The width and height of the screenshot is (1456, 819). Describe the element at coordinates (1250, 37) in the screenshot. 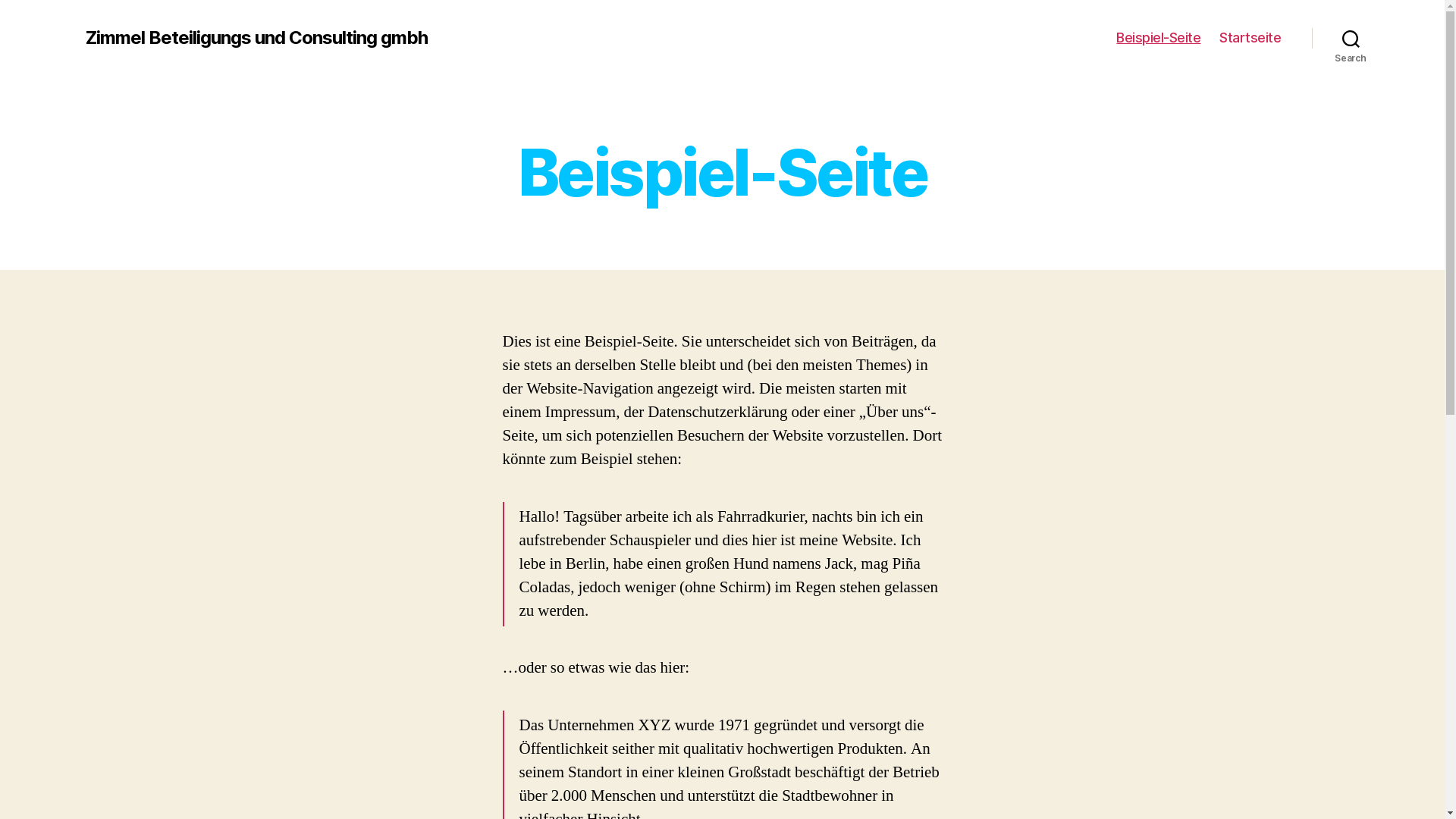

I see `'Startseite'` at that location.